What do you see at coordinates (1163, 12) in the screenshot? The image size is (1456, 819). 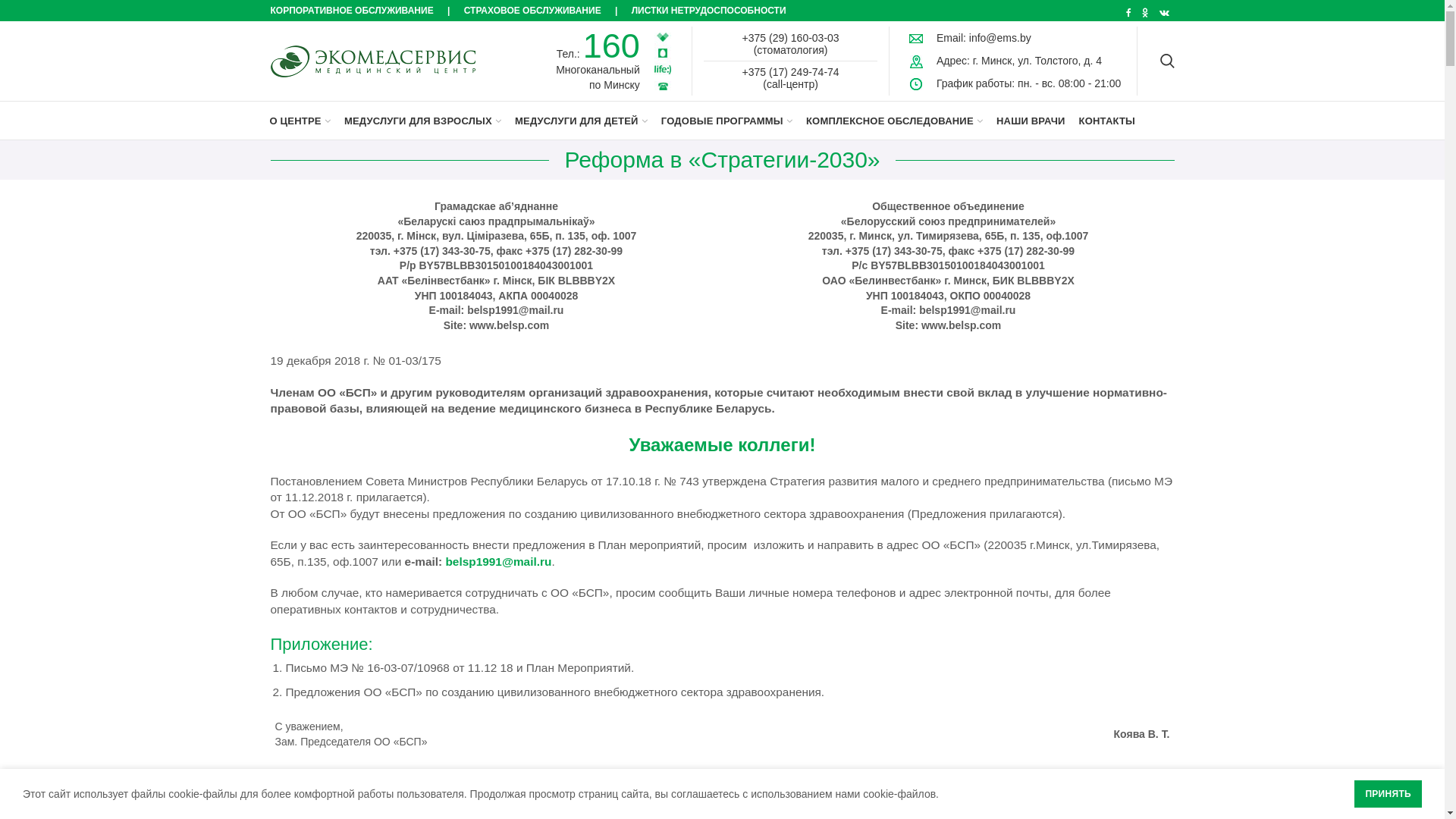 I see `'VK'` at bounding box center [1163, 12].